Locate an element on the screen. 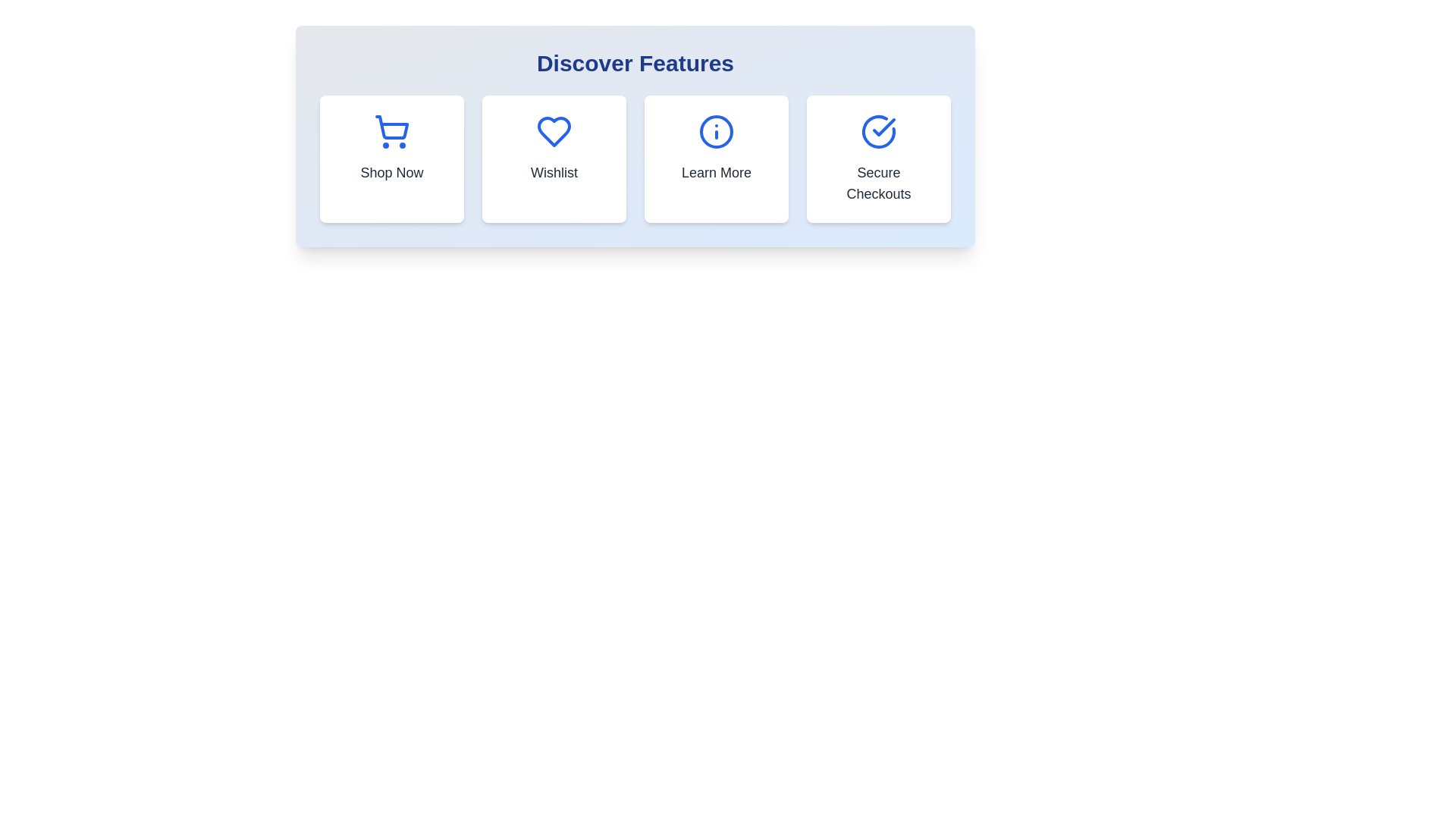 The width and height of the screenshot is (1456, 819). the 'Wishlist' text label, which is located below the heart-shaped icon and is the second card from the left in a row of feature cards is located at coordinates (553, 171).